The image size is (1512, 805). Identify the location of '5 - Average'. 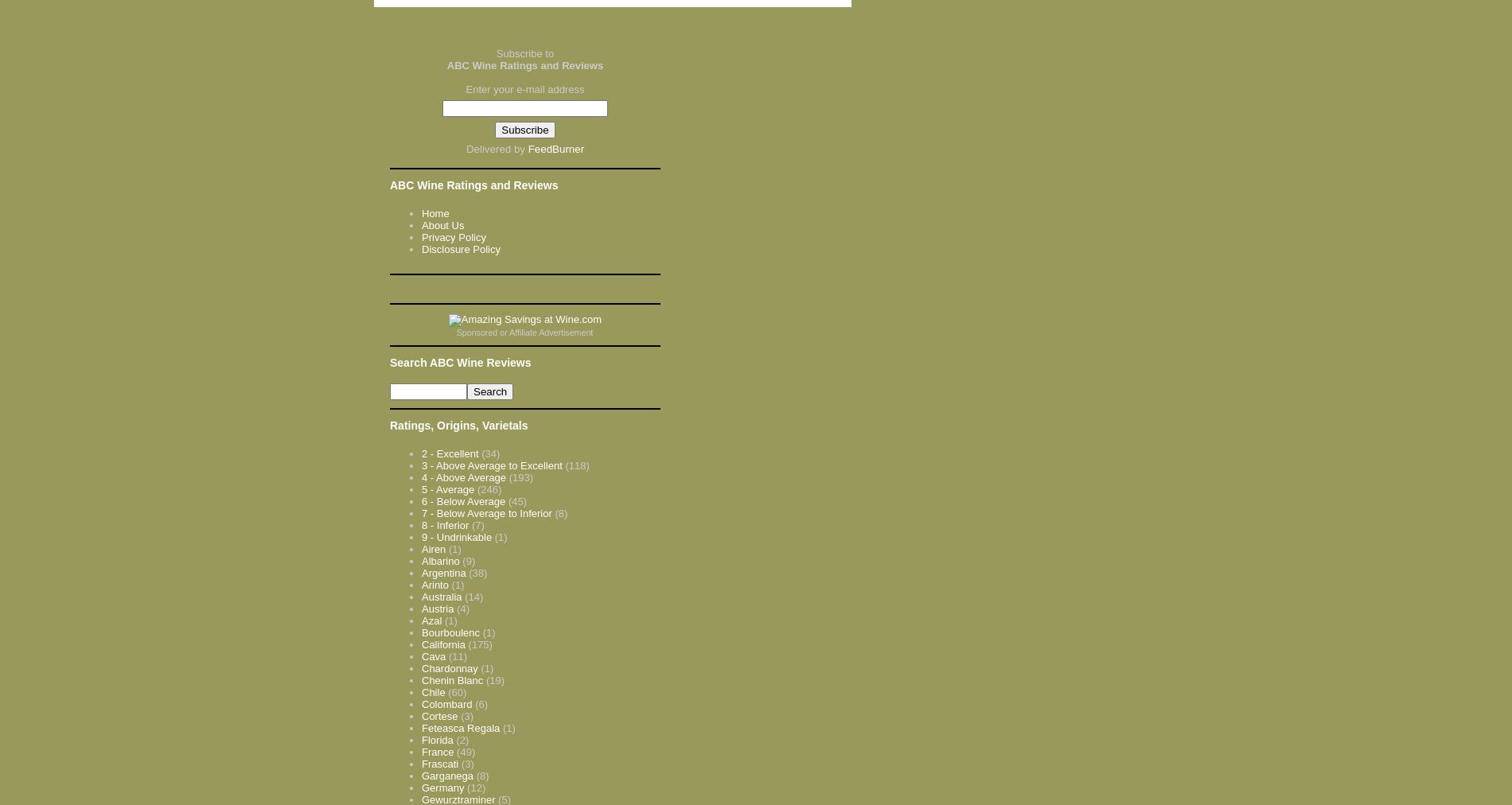
(447, 488).